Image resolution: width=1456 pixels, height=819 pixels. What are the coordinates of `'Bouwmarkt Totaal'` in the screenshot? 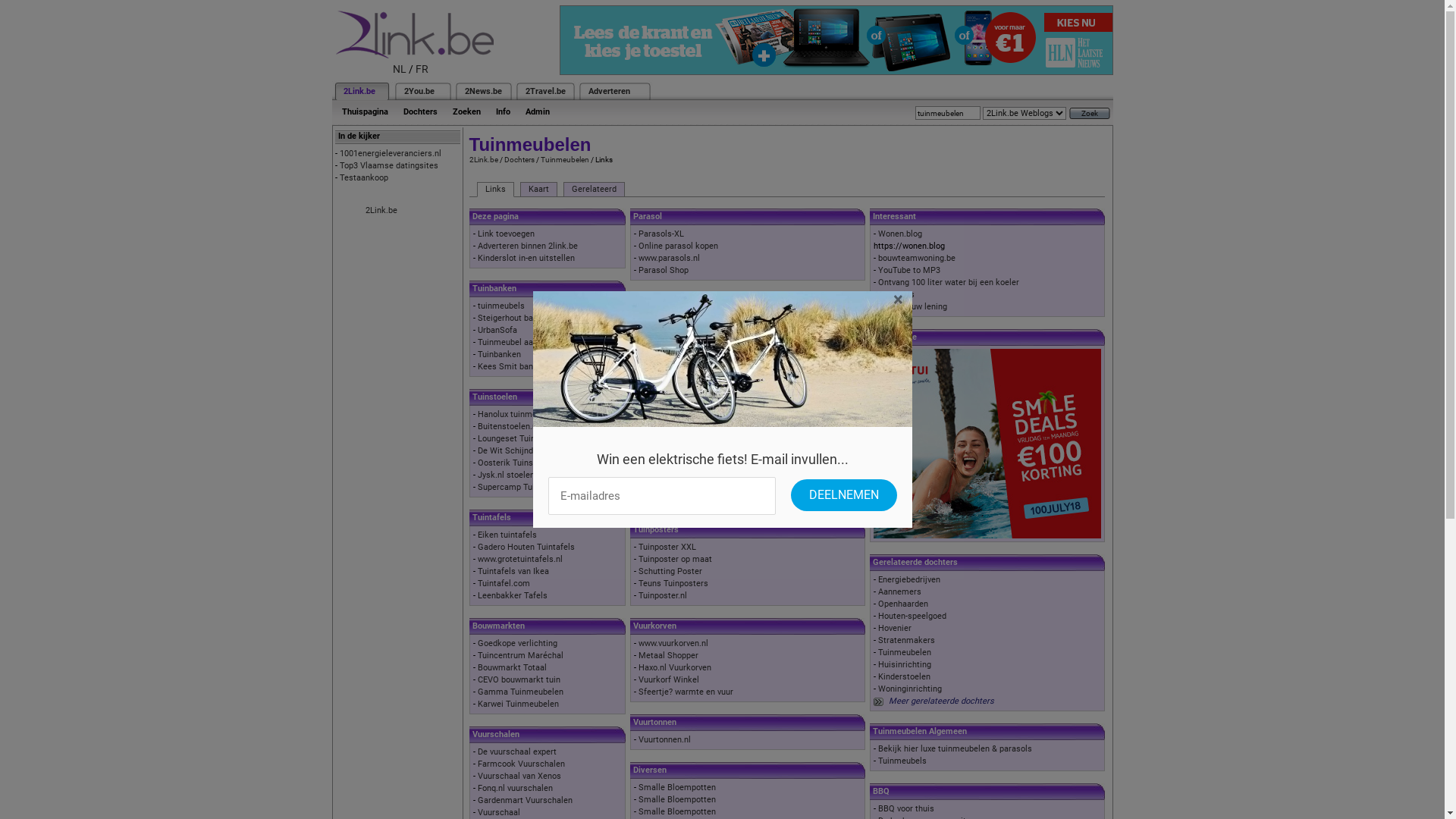 It's located at (476, 667).